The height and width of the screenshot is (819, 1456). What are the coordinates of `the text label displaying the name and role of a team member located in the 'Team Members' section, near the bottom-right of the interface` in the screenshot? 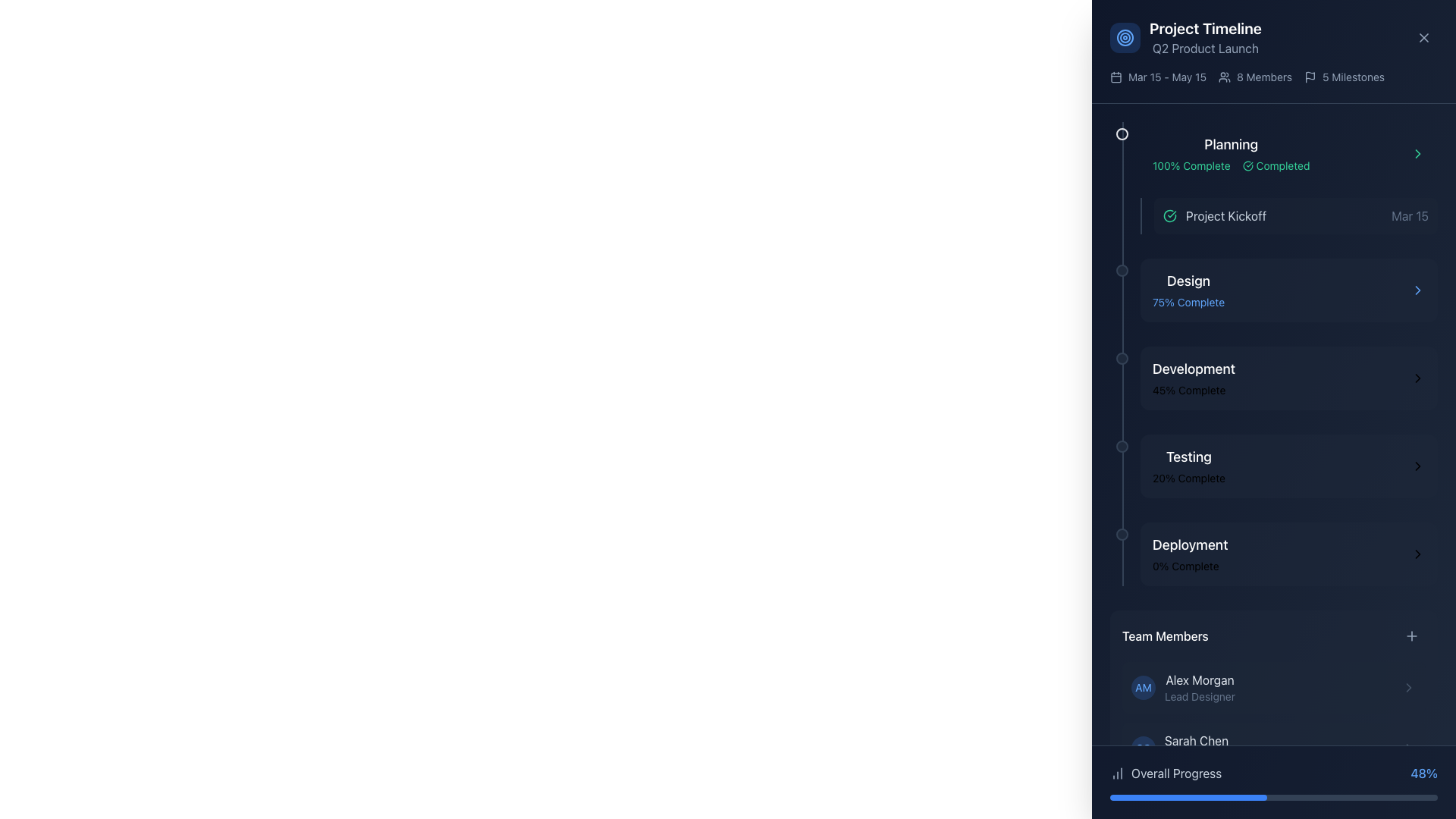 It's located at (1199, 687).